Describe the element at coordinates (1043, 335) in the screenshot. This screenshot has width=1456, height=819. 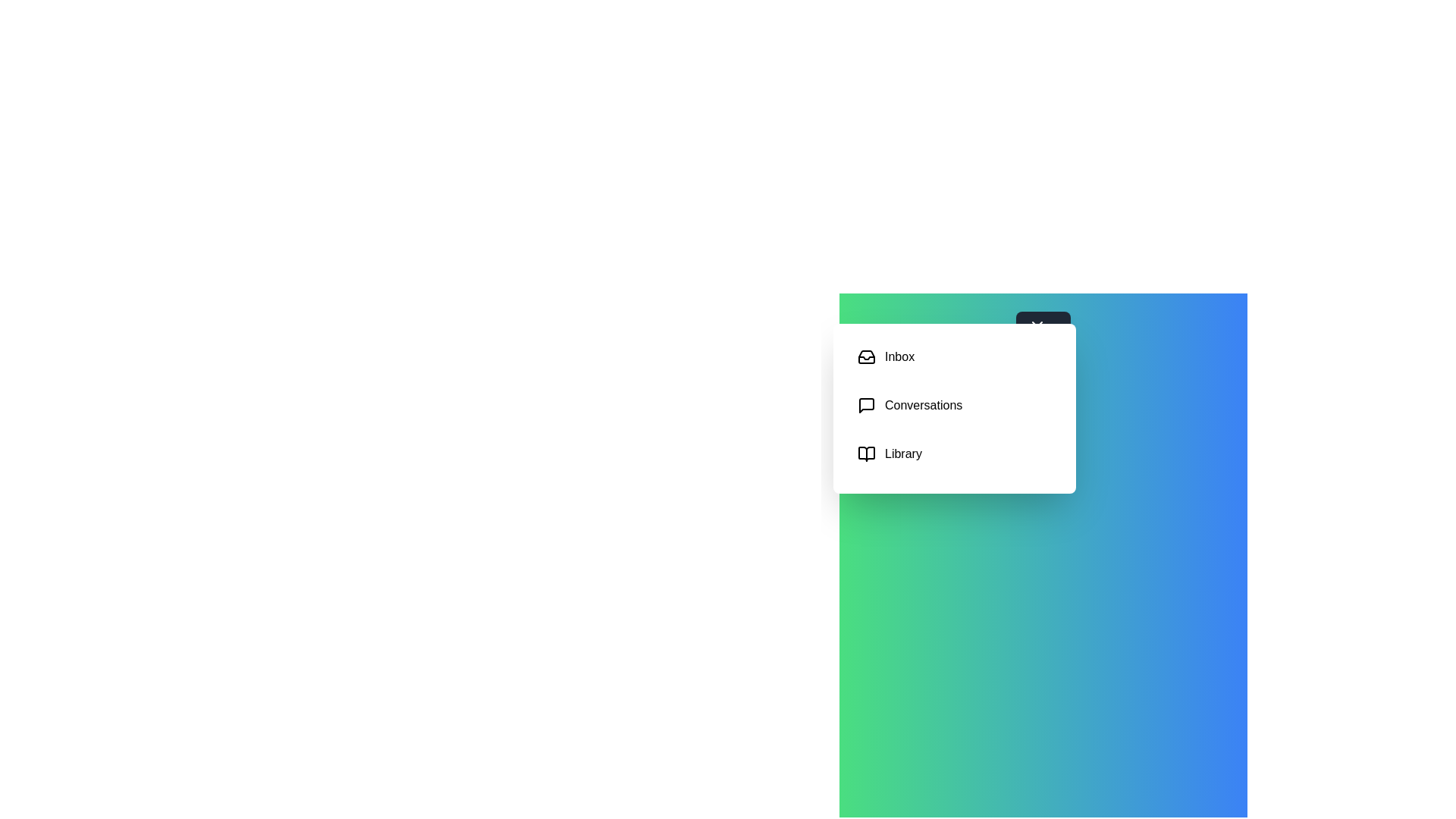
I see `button with the current icon to toggle the drawer visibility` at that location.